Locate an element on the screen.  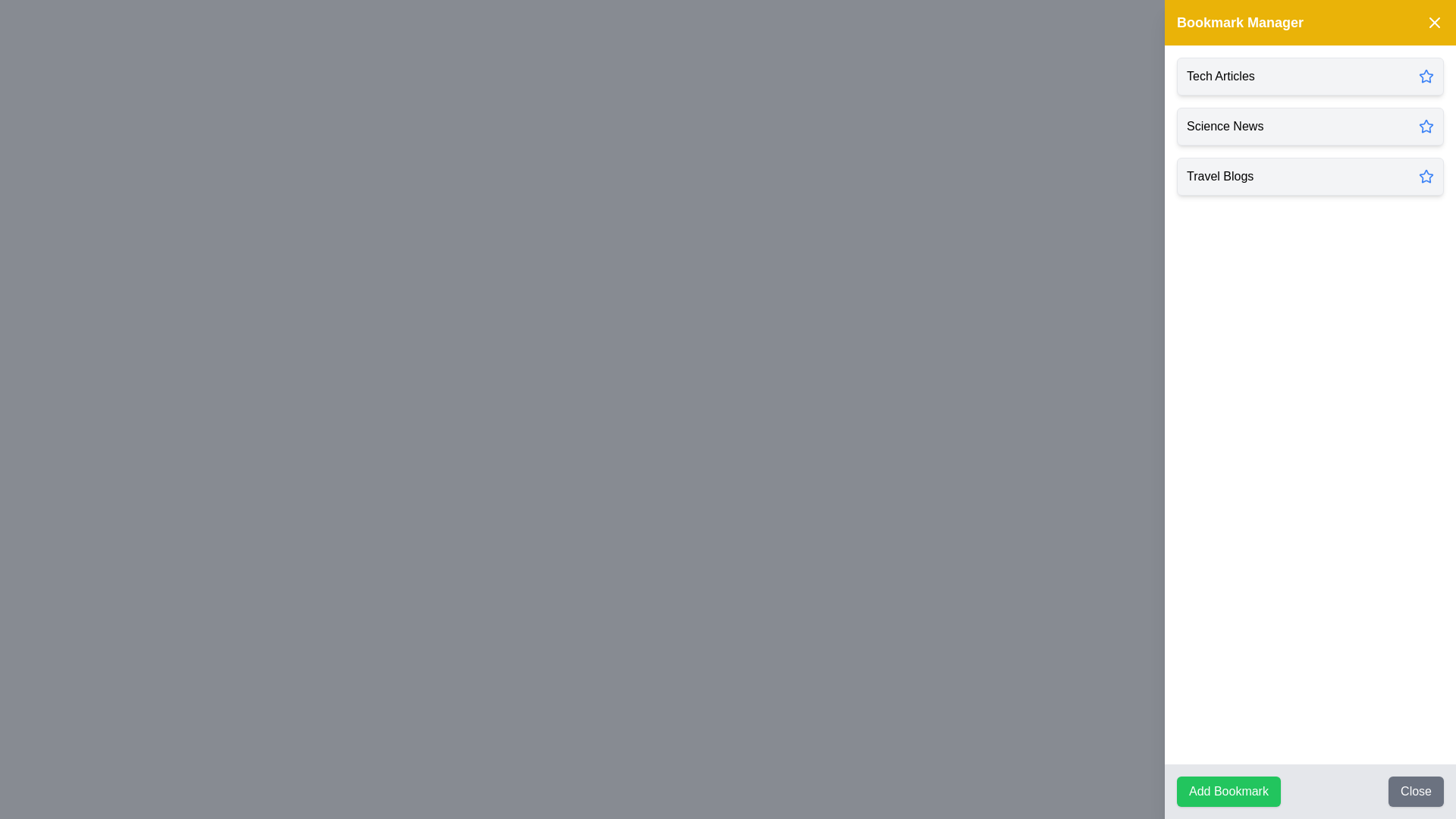
the bookmark icon located inside the floating yellow circular button in the top-right corner of the interface is located at coordinates (1423, 32).